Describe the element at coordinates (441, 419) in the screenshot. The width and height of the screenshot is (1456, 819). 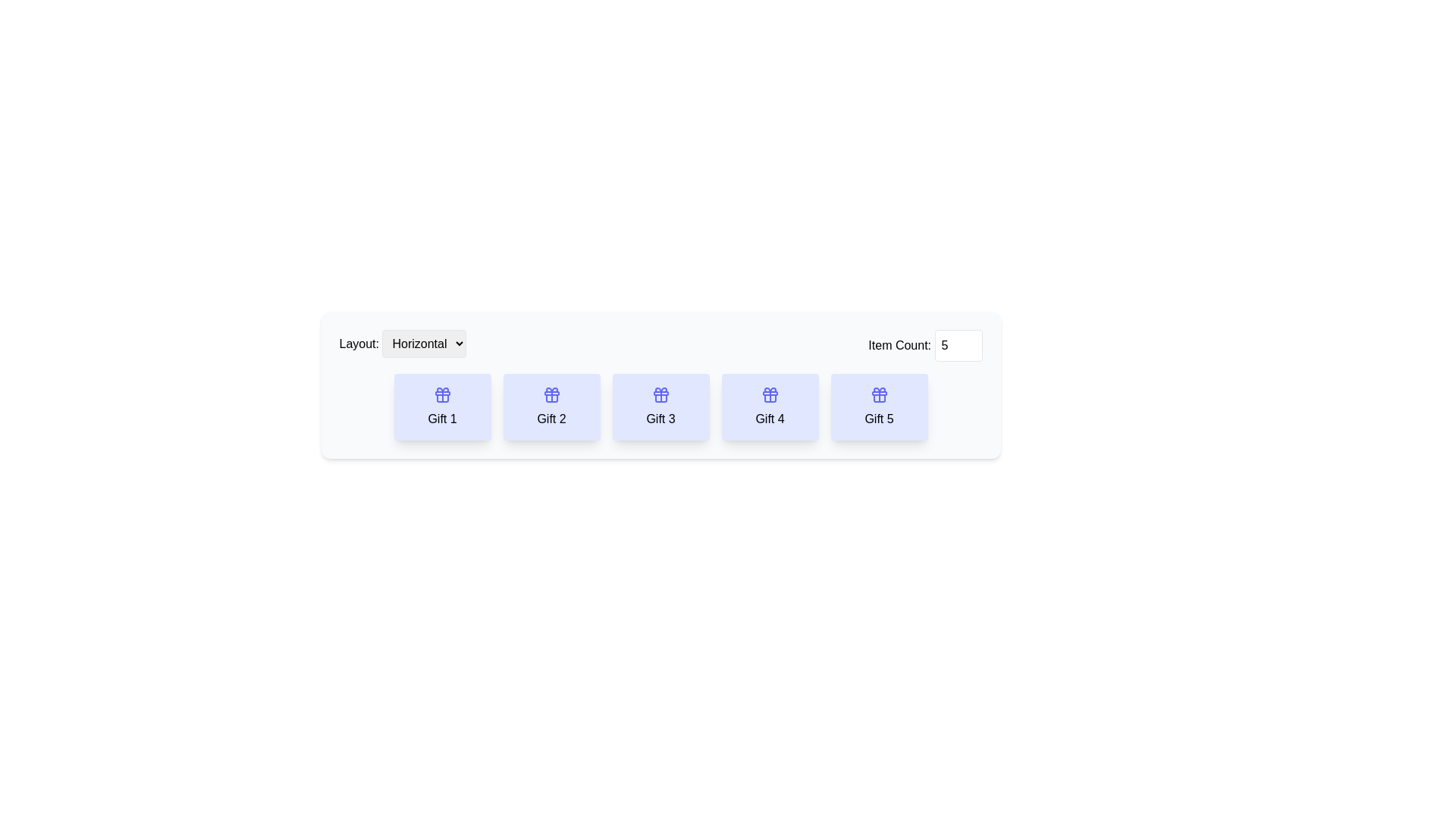
I see `the text label that identifies the item as 'Gift 1' located at the bottom of the first gift card in the horizontal list` at that location.